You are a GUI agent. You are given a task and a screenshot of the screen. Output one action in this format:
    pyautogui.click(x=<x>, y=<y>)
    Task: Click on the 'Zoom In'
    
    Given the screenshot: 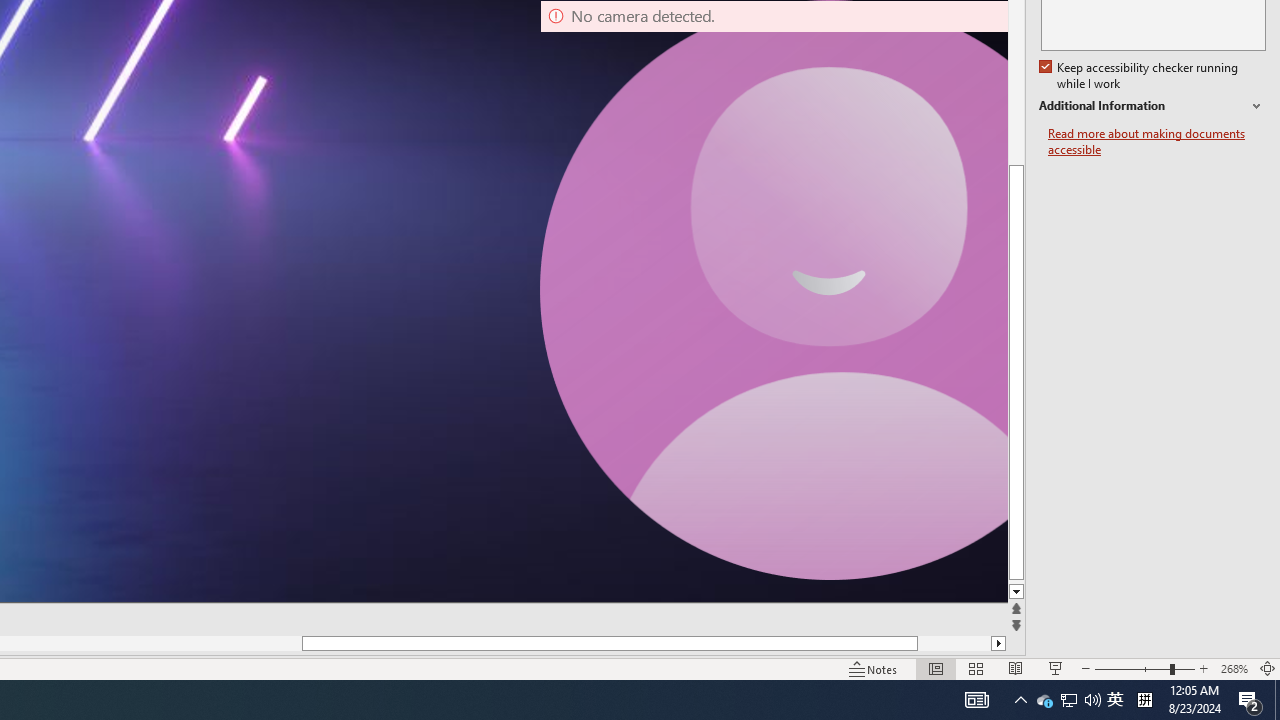 What is the action you would take?
    pyautogui.click(x=1203, y=669)
    